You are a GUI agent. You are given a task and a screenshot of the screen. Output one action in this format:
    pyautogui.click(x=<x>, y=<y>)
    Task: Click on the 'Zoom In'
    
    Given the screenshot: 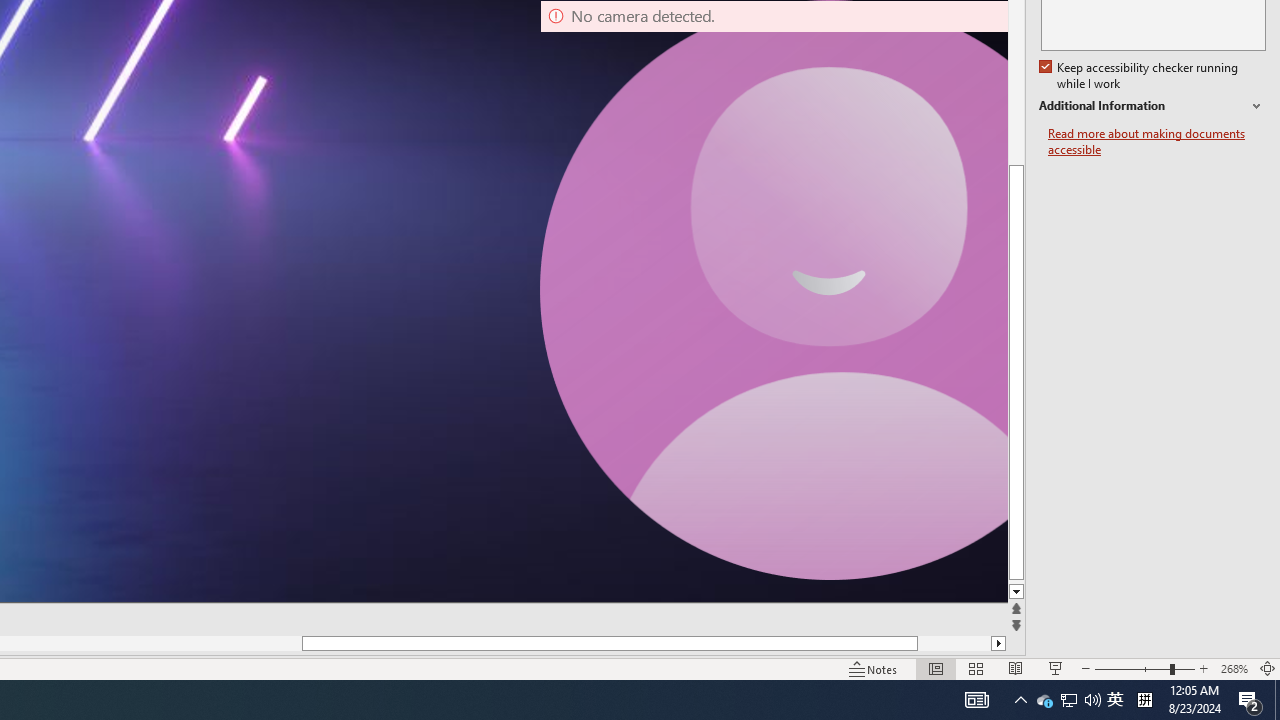 What is the action you would take?
    pyautogui.click(x=1203, y=669)
    